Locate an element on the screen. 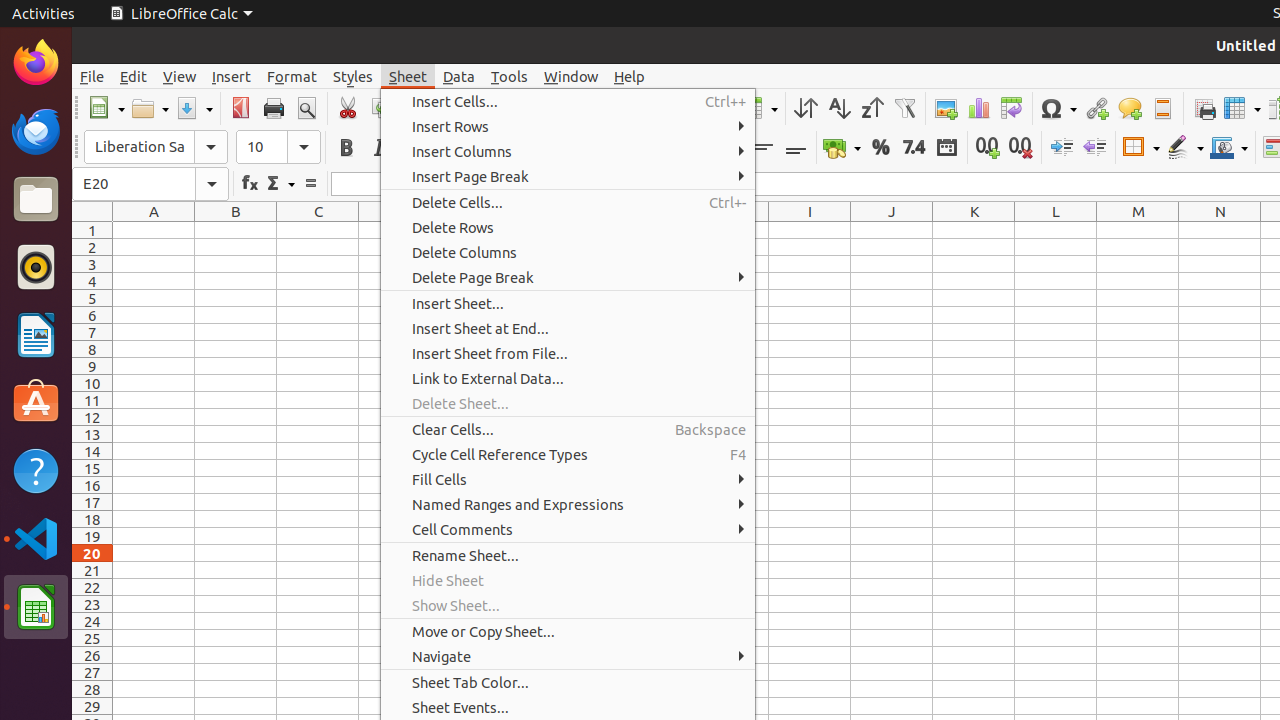  'Cut' is located at coordinates (347, 108).